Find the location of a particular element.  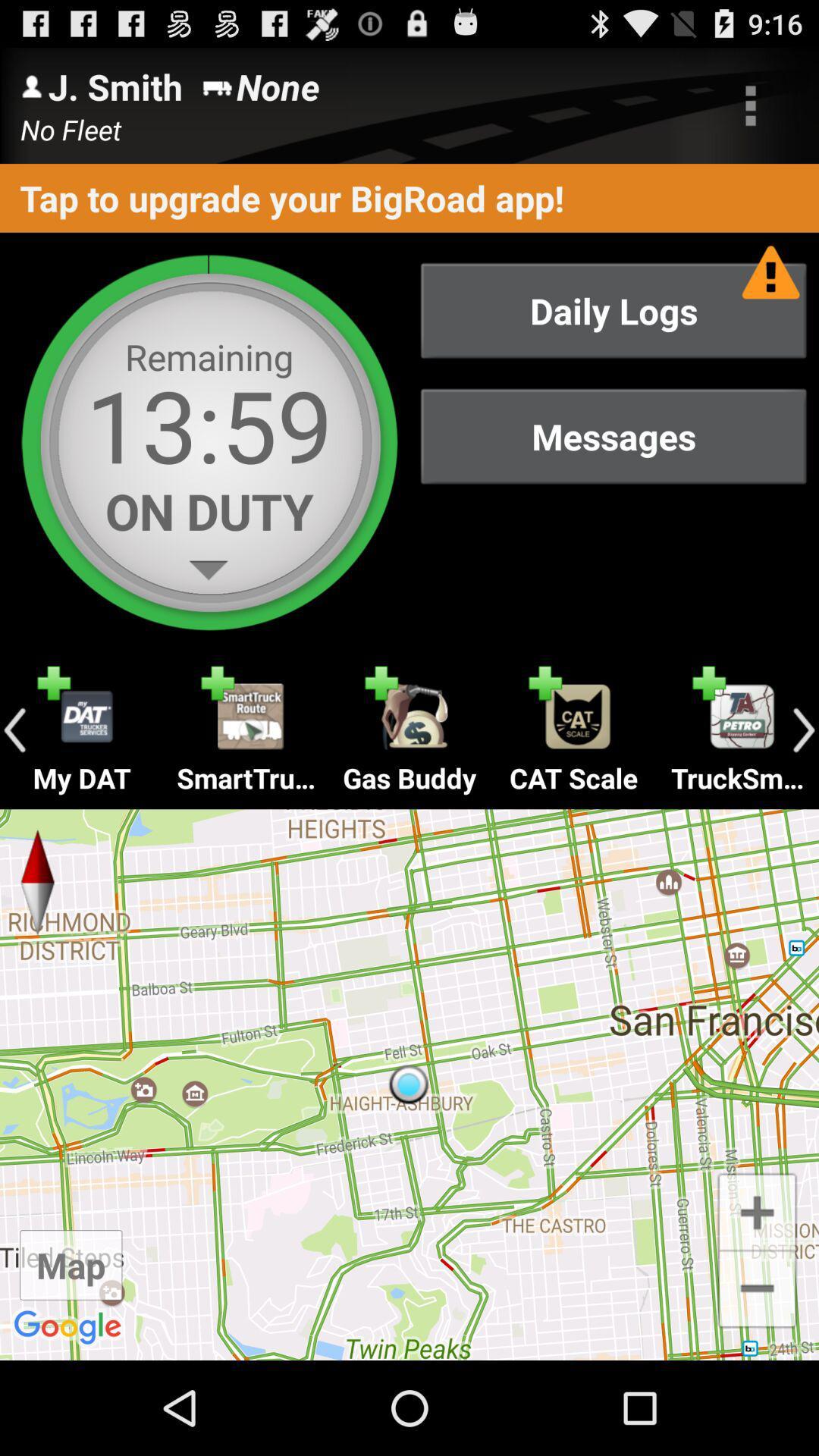

daily logs button is located at coordinates (613, 309).